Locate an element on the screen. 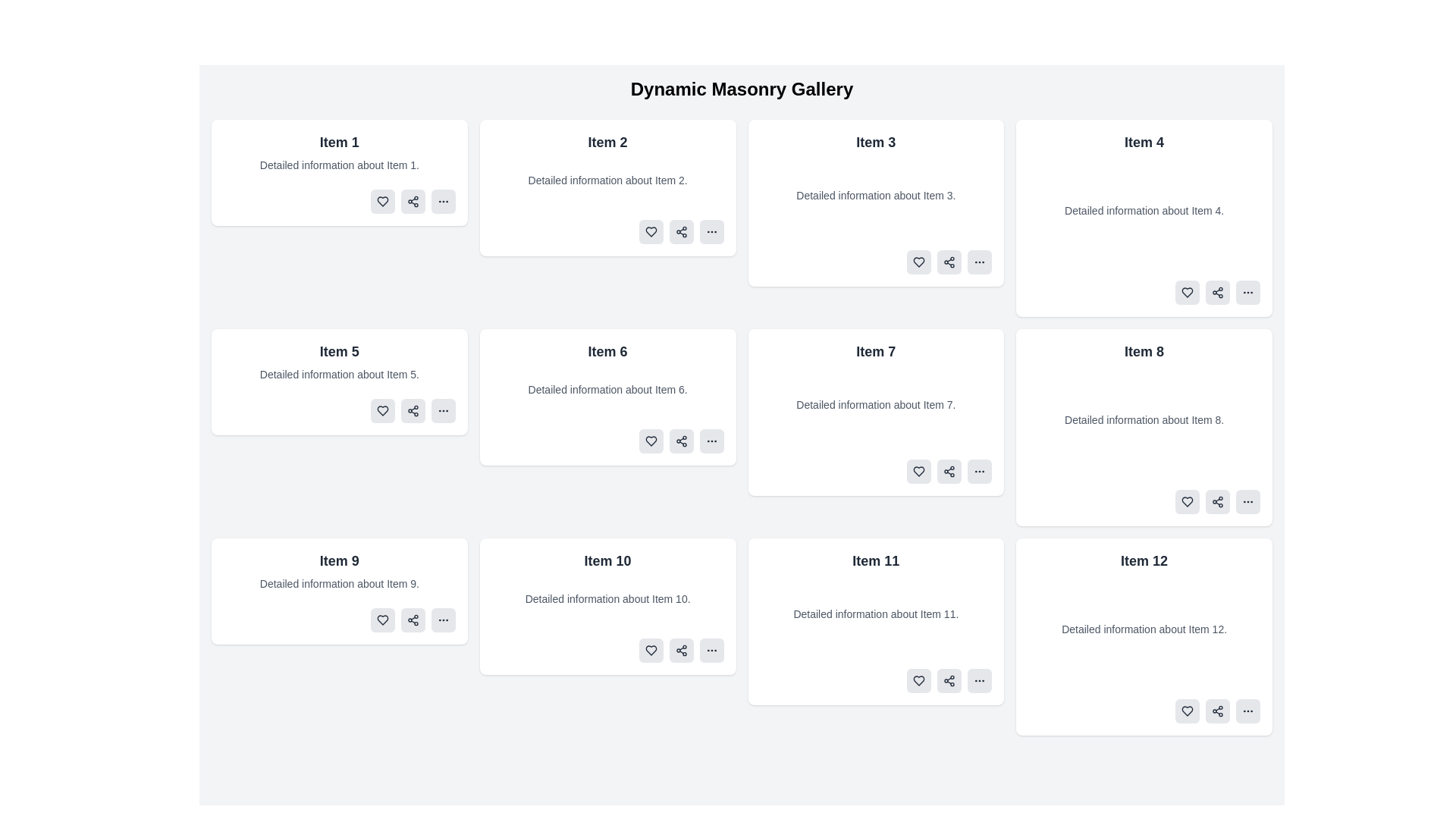 This screenshot has height=819, width=1456. the ellipsis icon located at the bottom-right corner of the card for 'Item 4' is located at coordinates (1248, 292).